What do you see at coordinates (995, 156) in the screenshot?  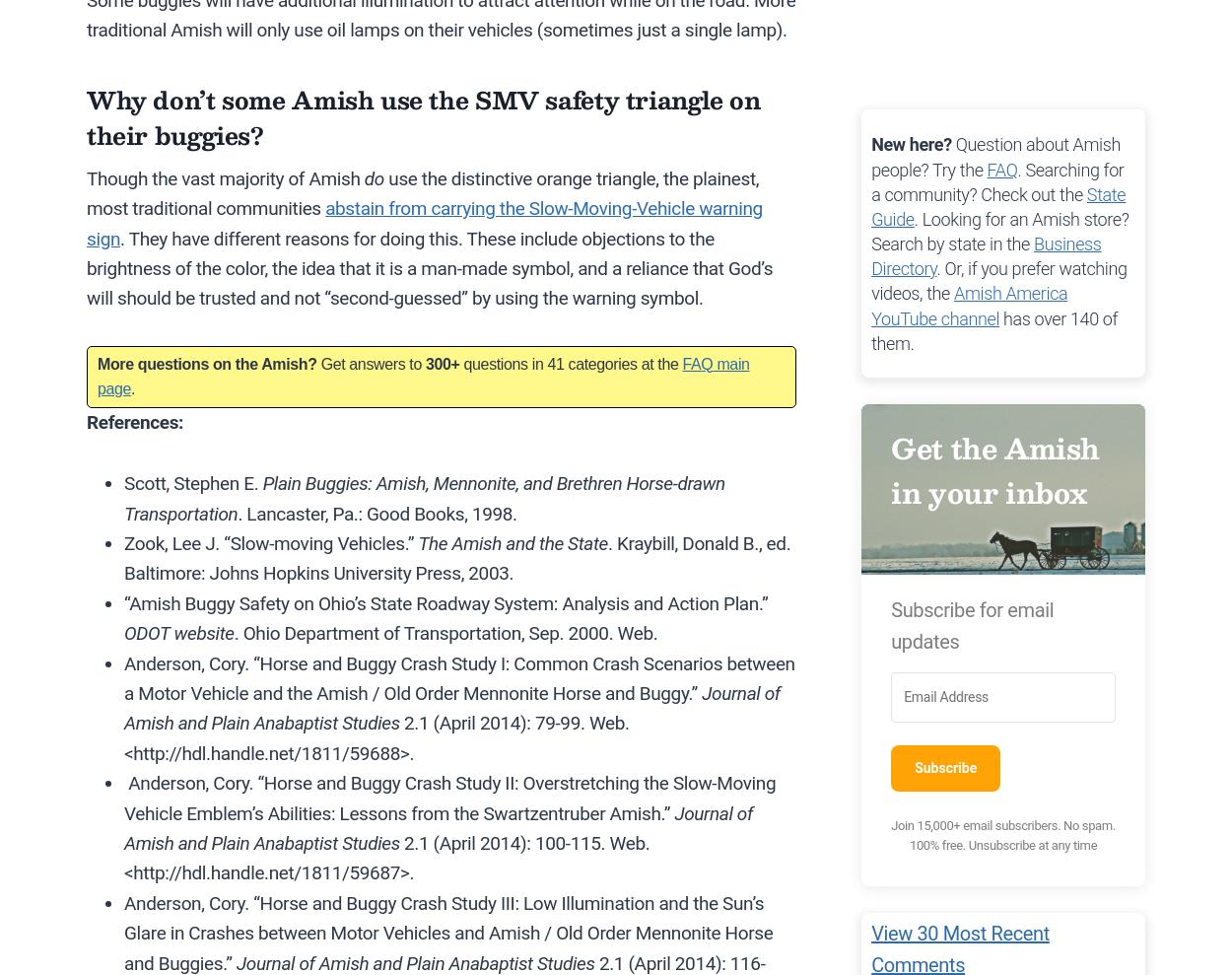 I see `'Question about Amish people? Try the'` at bounding box center [995, 156].